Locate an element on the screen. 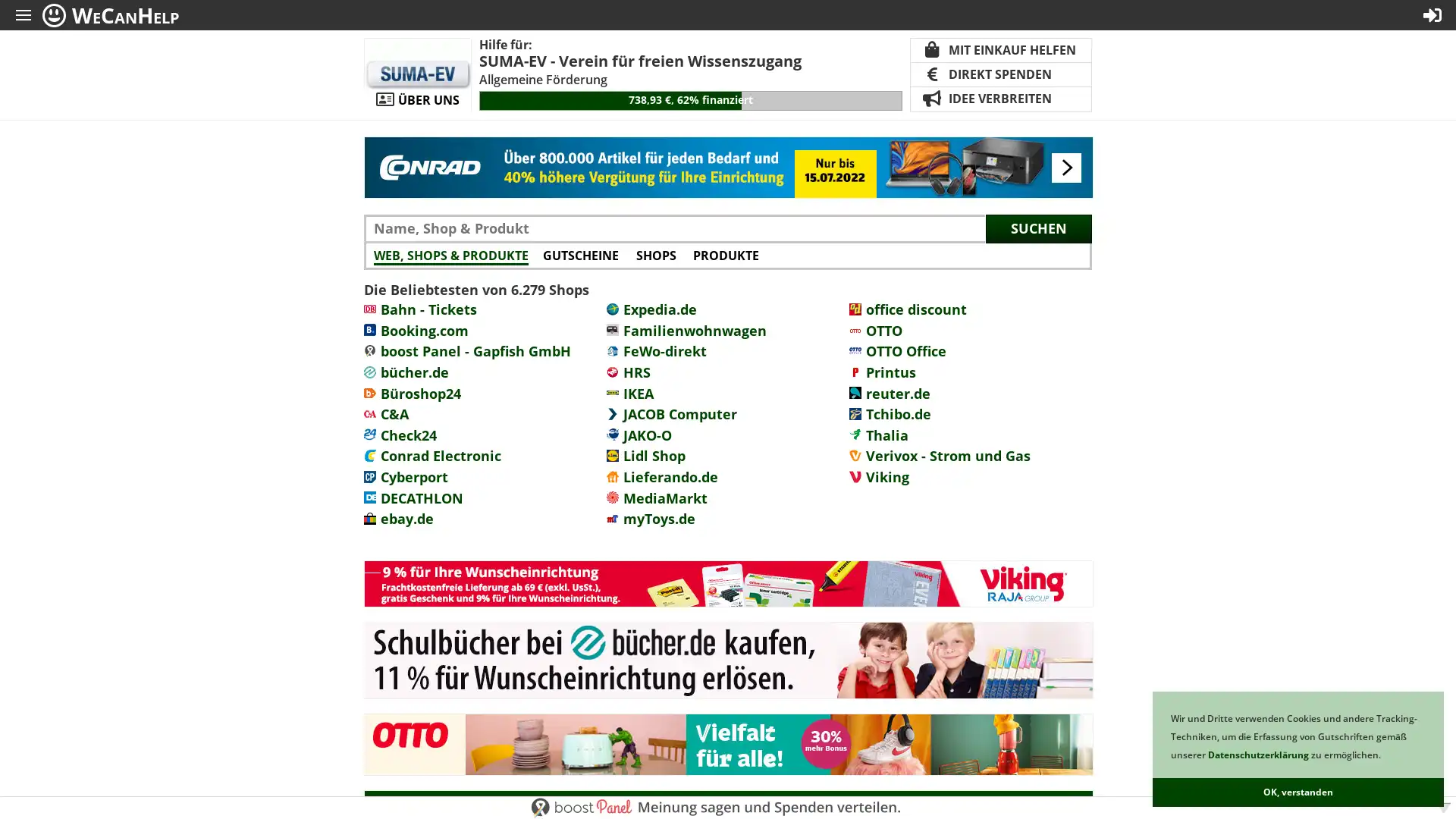  dismiss cookie message is located at coordinates (1298, 792).